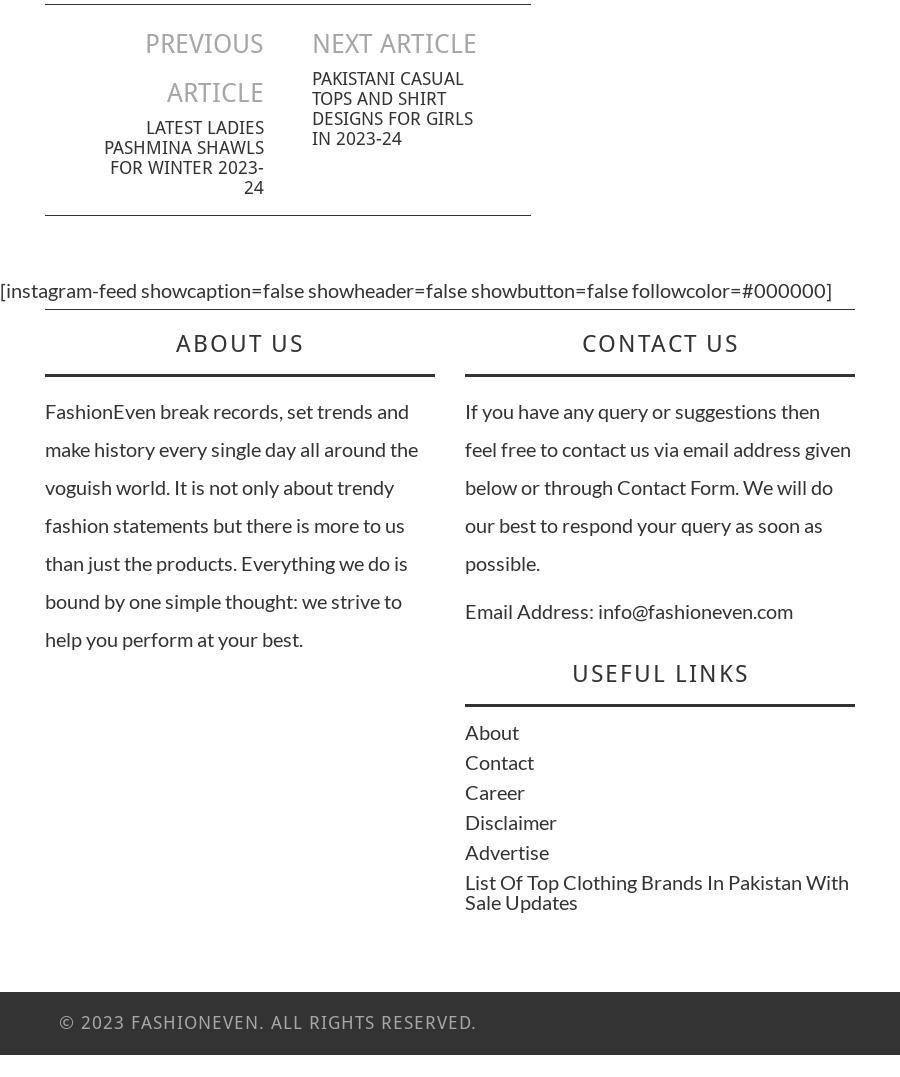 The width and height of the screenshot is (900, 1077). What do you see at coordinates (657, 891) in the screenshot?
I see `'List Of Top Clothing Brands In Pakistan With Sale Updates'` at bounding box center [657, 891].